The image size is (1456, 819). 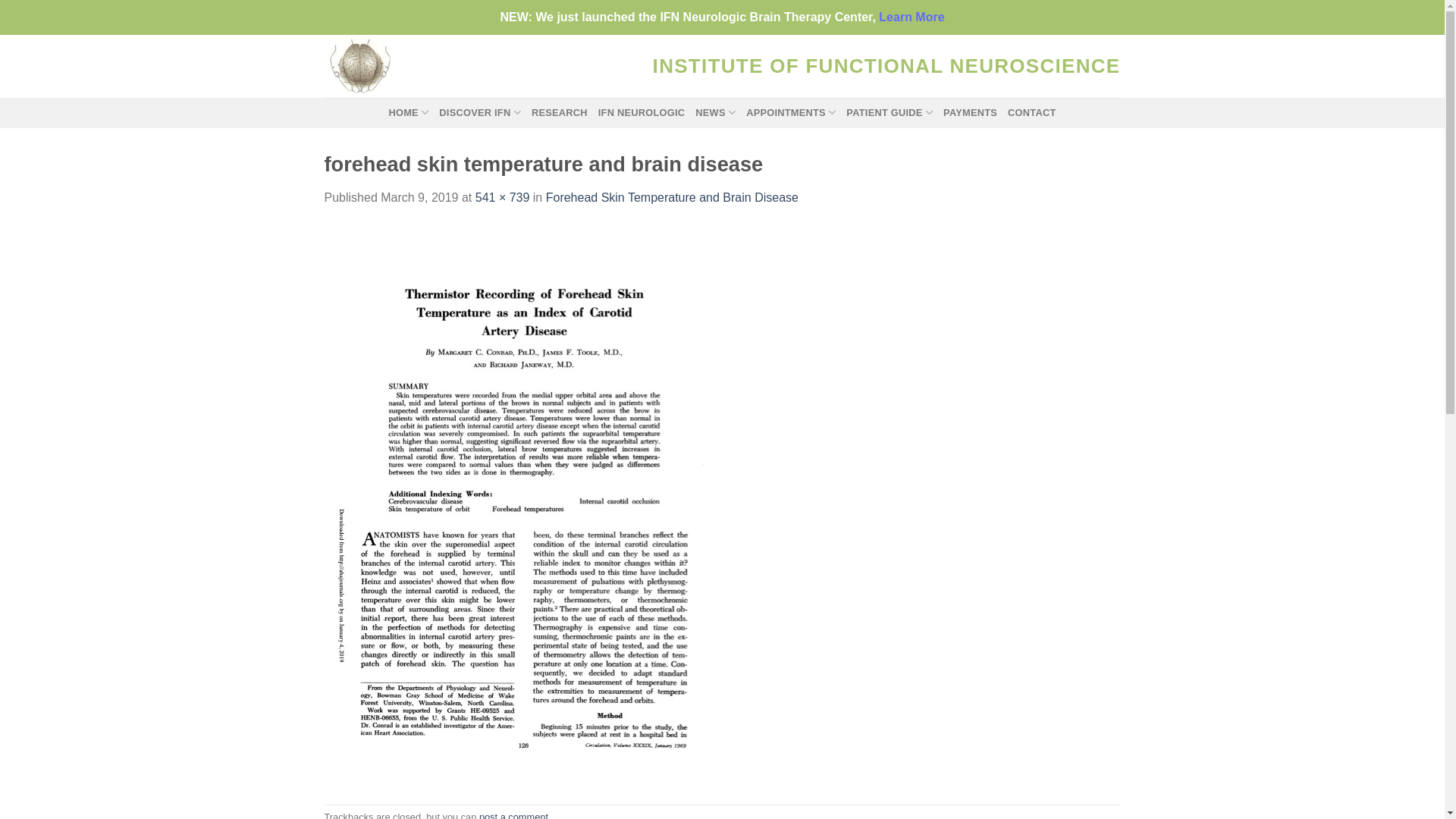 I want to click on 'Learn More', so click(x=910, y=17).